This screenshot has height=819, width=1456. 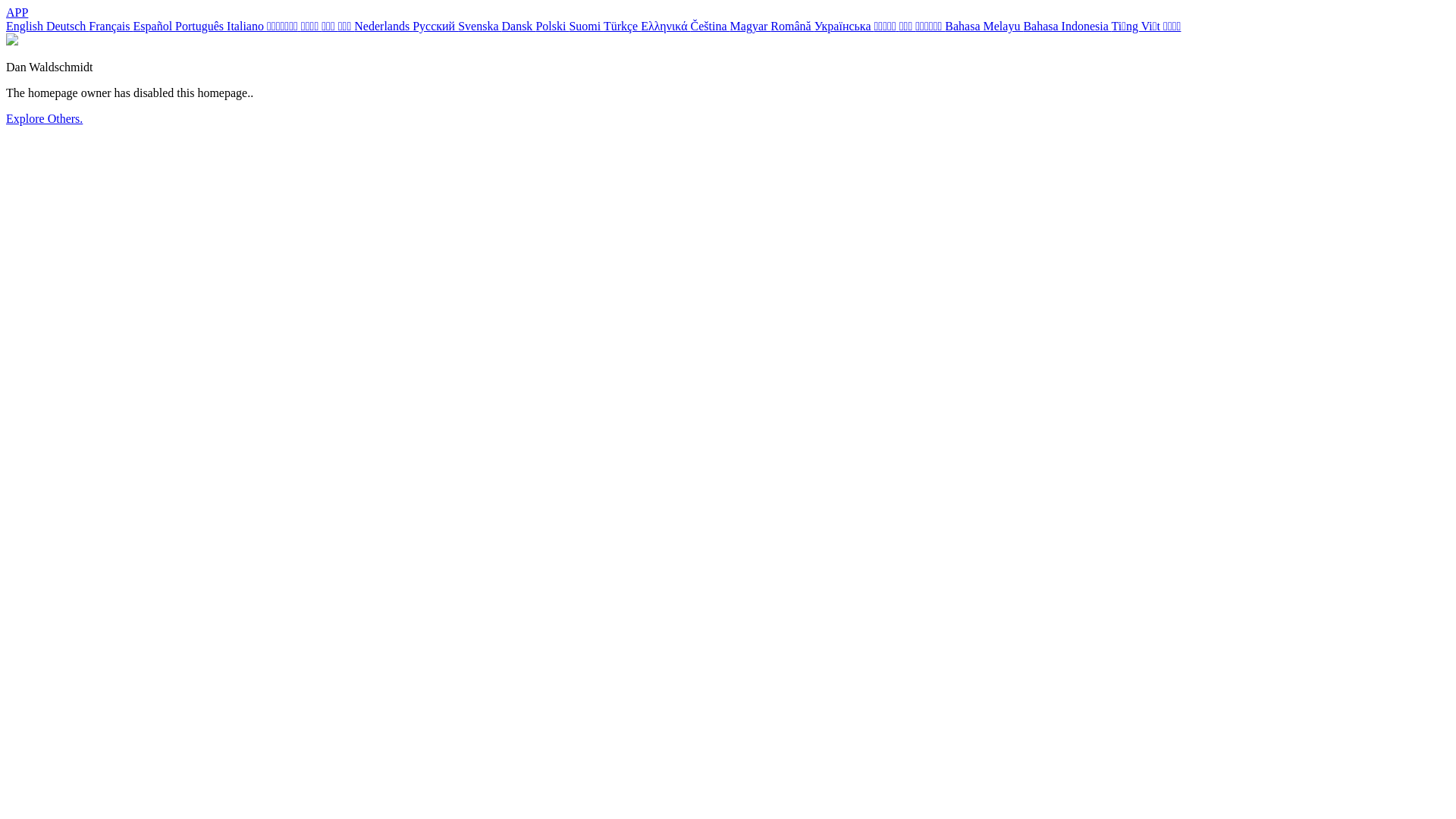 I want to click on 'APP', so click(x=6, y=12).